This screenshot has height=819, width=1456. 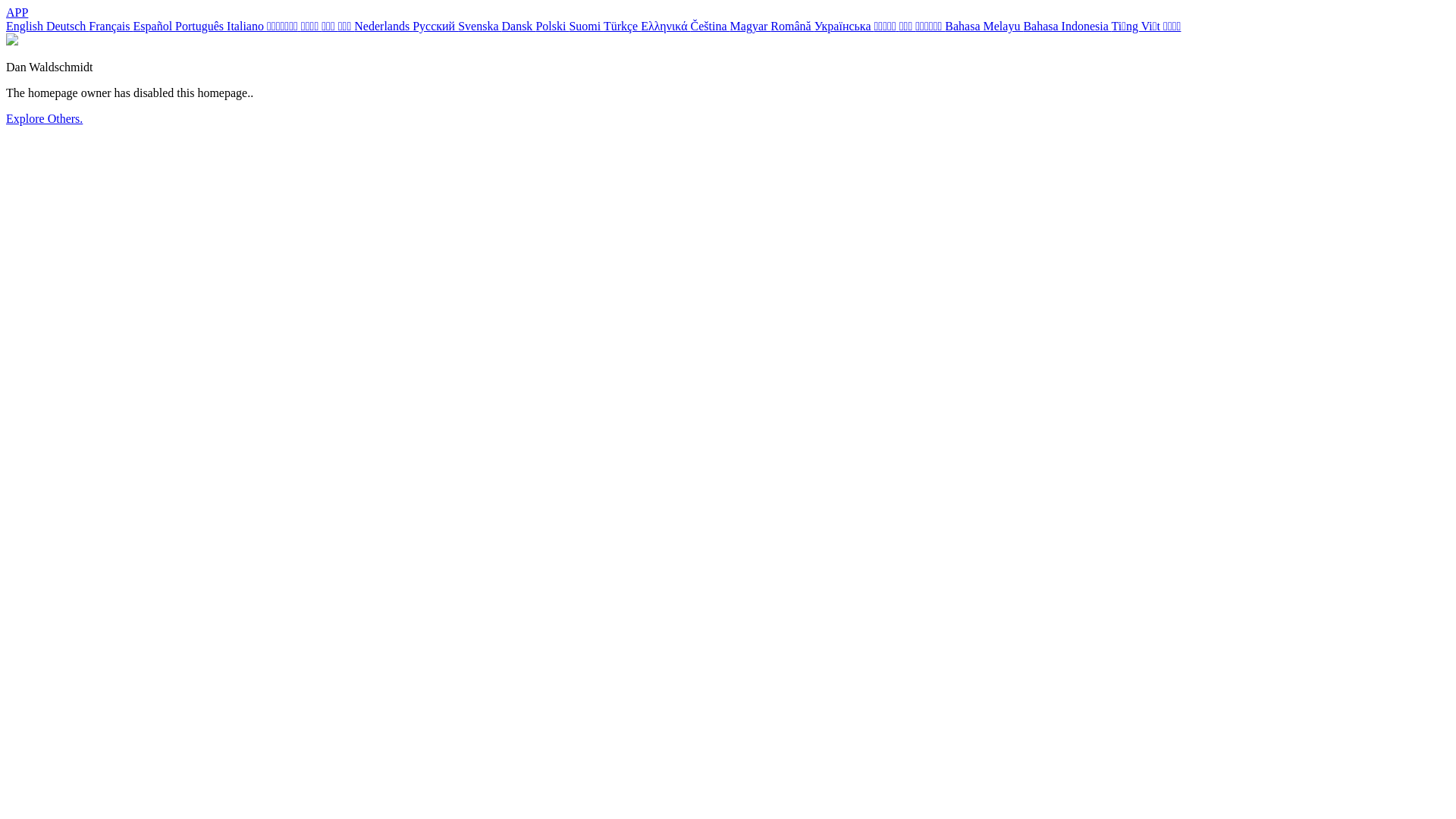 I want to click on 'APP', so click(x=6, y=12).